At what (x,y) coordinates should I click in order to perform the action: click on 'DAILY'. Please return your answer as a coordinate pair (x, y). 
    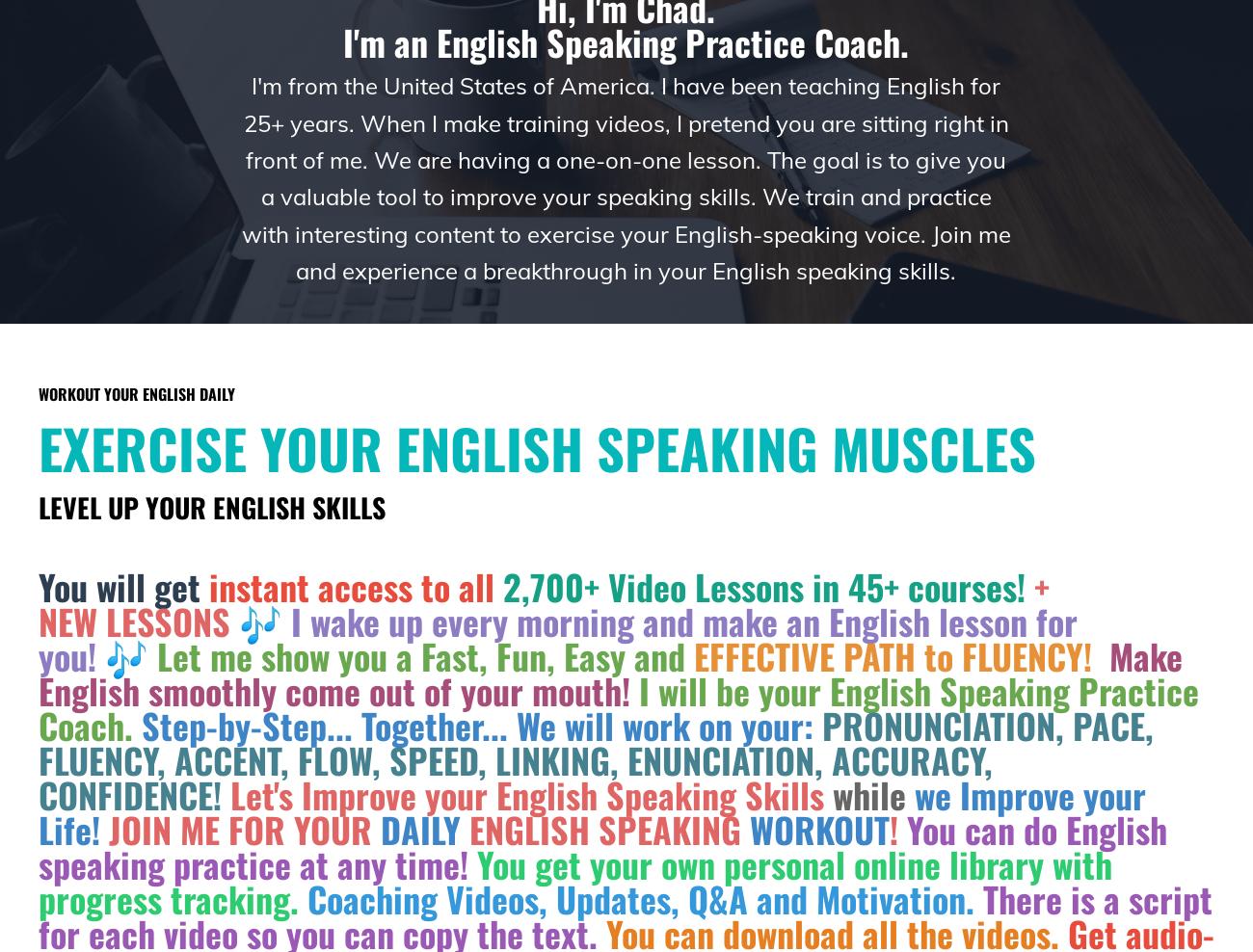
    Looking at the image, I should click on (423, 829).